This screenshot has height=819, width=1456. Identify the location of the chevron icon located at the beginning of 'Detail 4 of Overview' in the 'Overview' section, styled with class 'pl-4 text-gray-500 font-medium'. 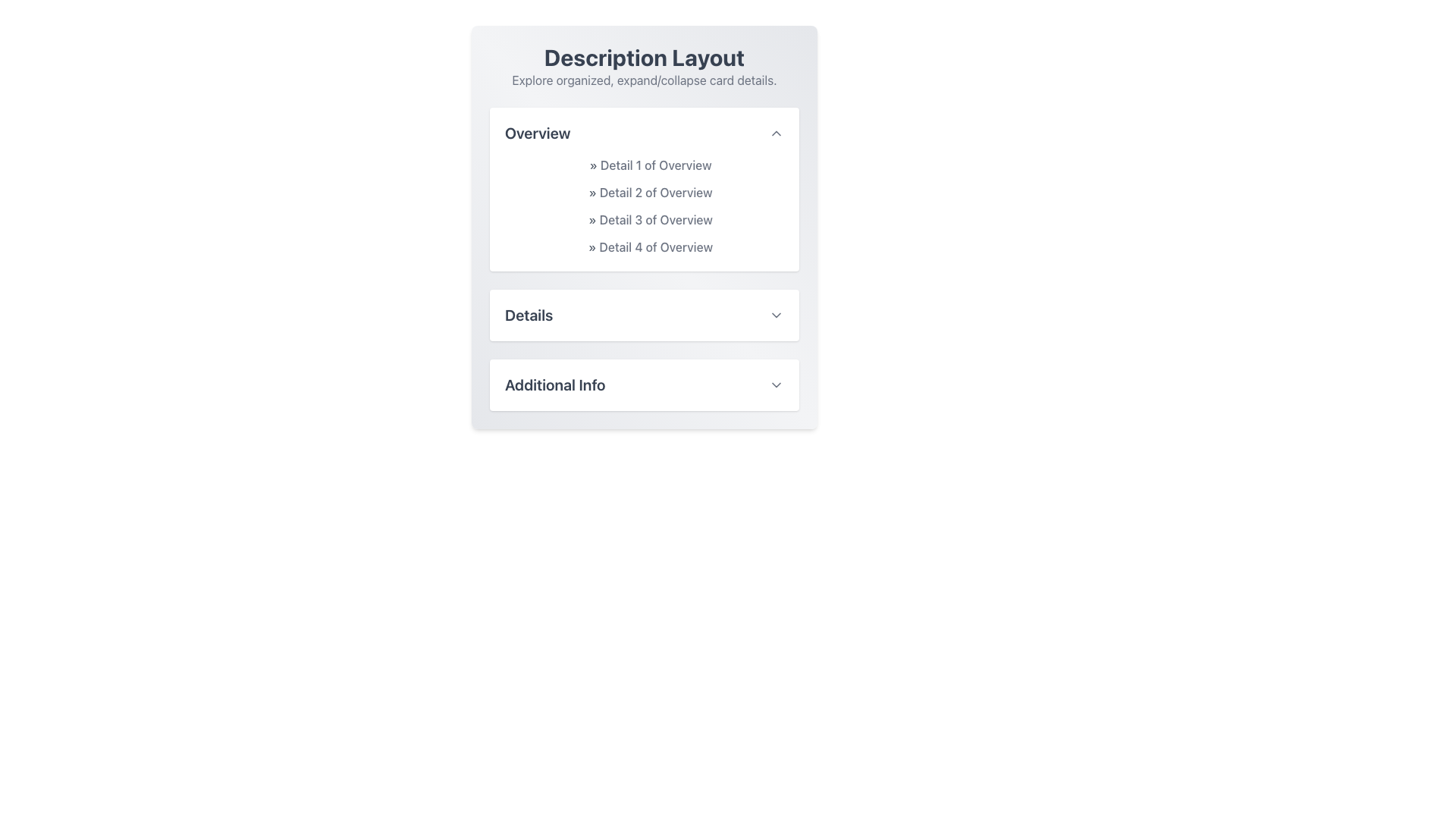
(593, 246).